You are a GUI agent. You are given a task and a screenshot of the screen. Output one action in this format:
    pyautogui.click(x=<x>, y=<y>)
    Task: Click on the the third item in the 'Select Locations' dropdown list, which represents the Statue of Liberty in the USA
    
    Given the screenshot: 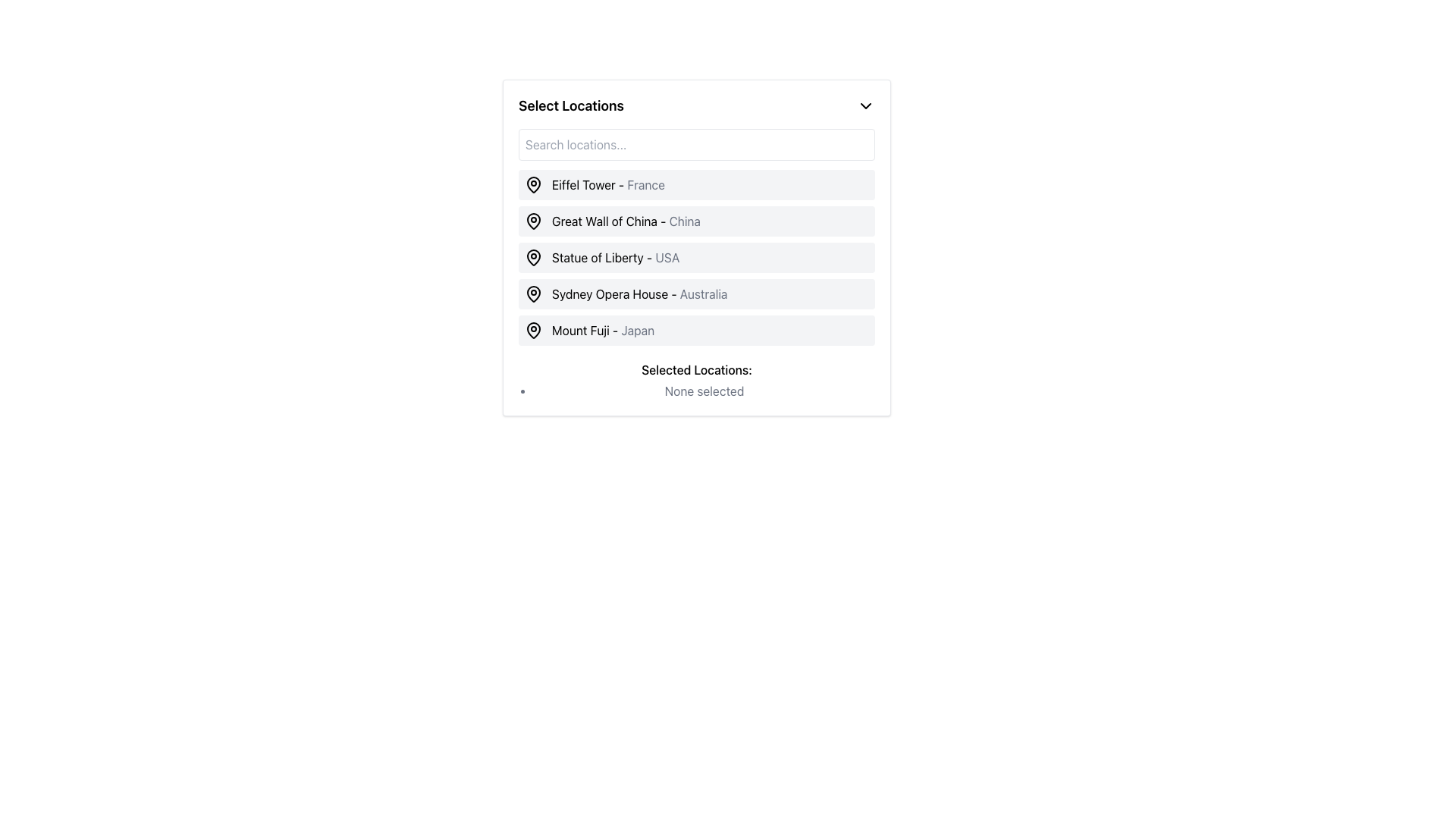 What is the action you would take?
    pyautogui.click(x=601, y=256)
    